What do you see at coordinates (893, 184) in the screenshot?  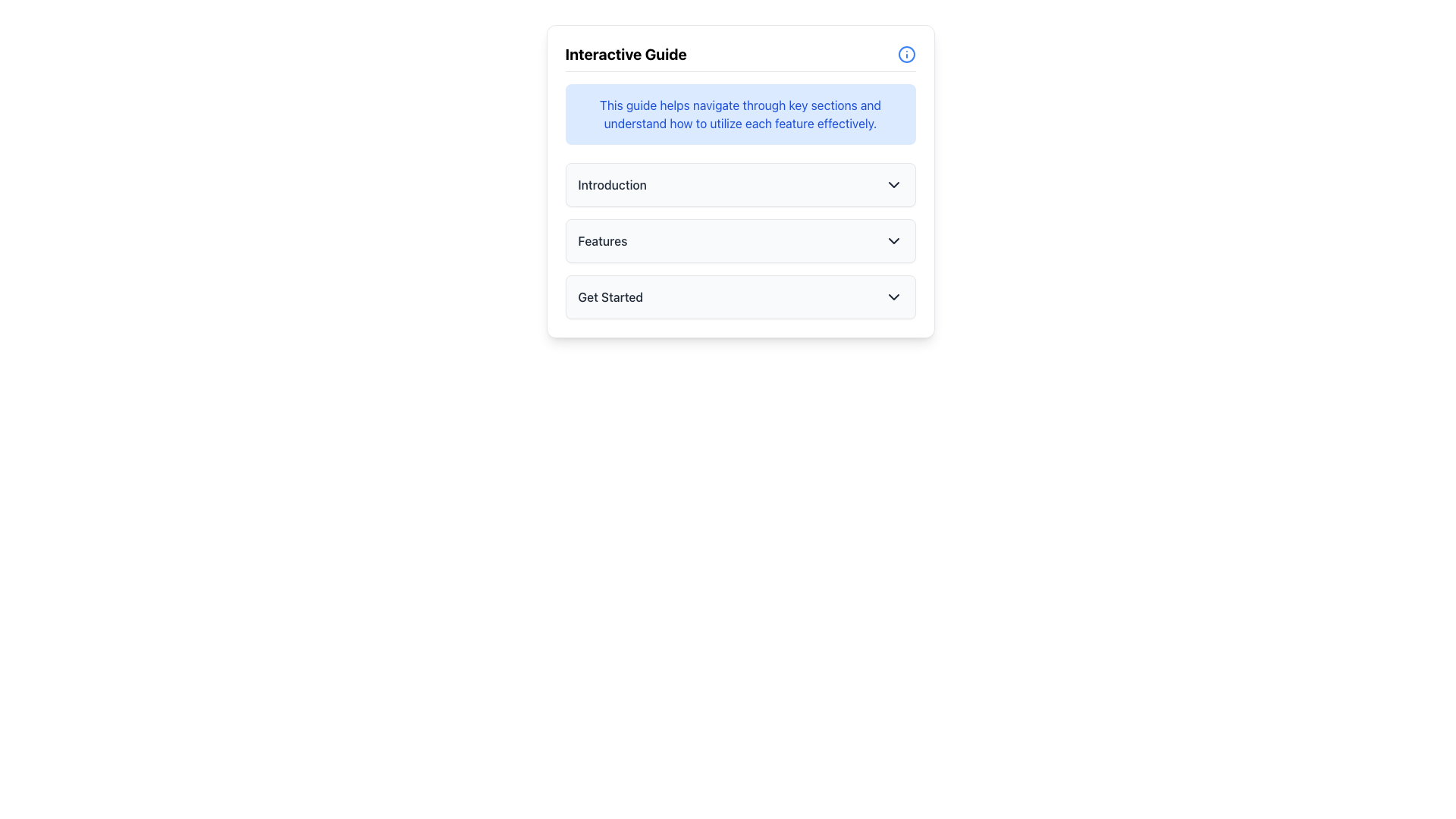 I see `the chevron-down icon located to the right of the 'Introduction' button text` at bounding box center [893, 184].